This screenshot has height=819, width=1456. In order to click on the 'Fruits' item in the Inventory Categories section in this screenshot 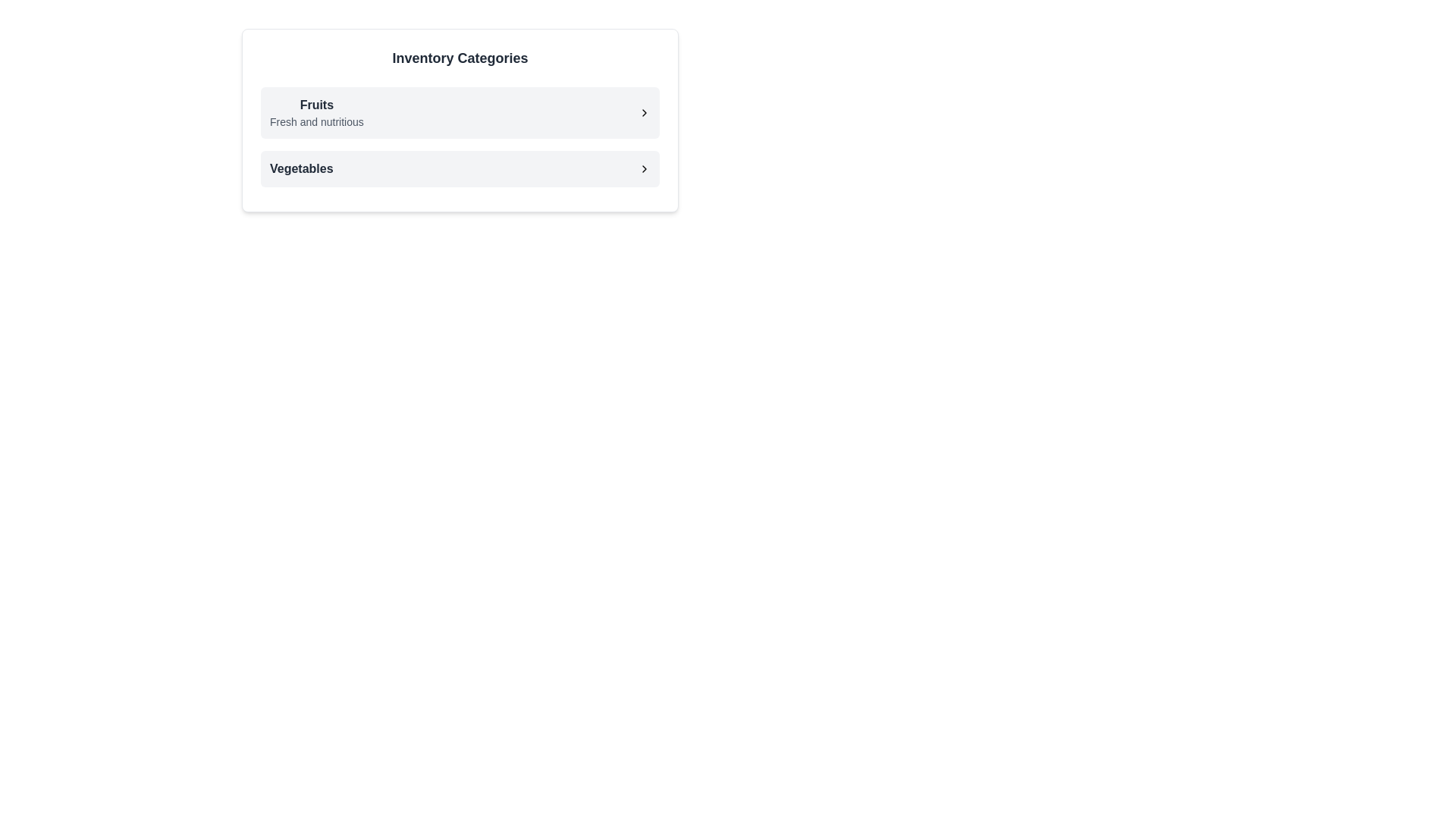, I will do `click(459, 137)`.